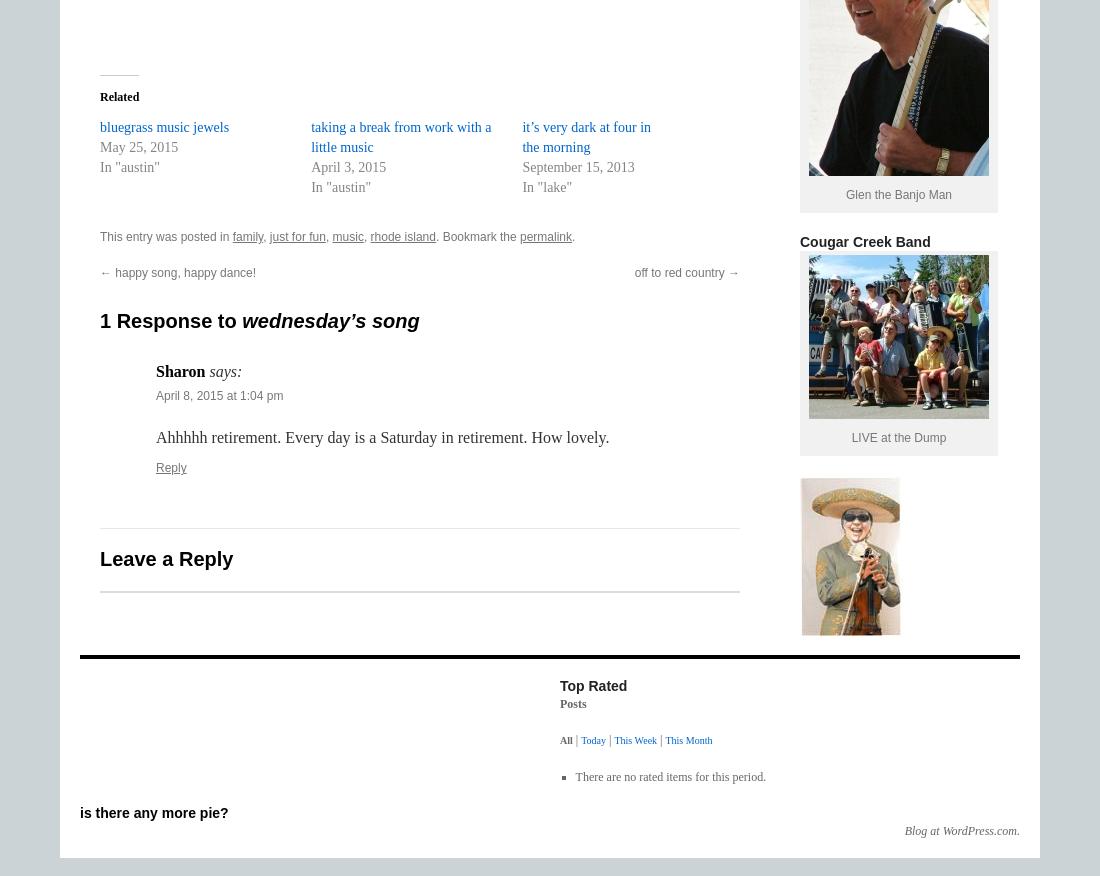 The width and height of the screenshot is (1100, 876). I want to click on 'happy song, happy dance!', so click(183, 271).